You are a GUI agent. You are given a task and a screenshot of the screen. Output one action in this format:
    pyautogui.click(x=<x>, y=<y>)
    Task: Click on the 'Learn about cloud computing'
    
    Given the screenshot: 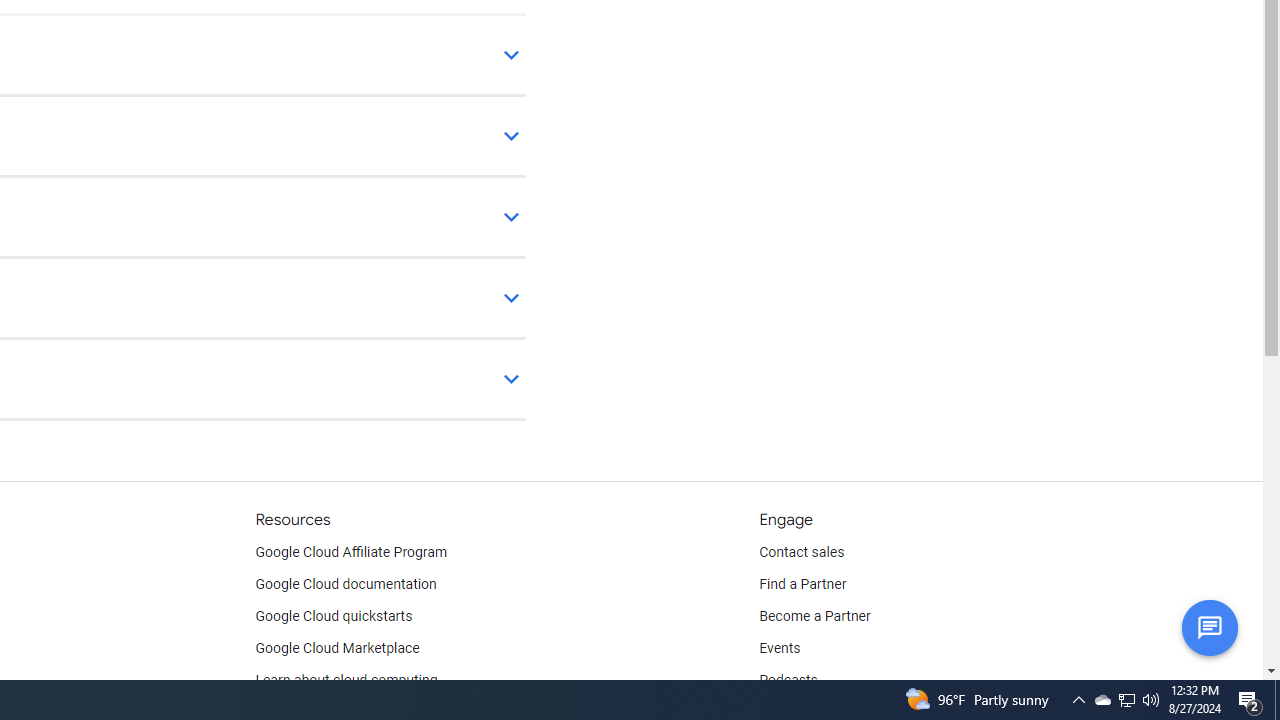 What is the action you would take?
    pyautogui.click(x=346, y=680)
    